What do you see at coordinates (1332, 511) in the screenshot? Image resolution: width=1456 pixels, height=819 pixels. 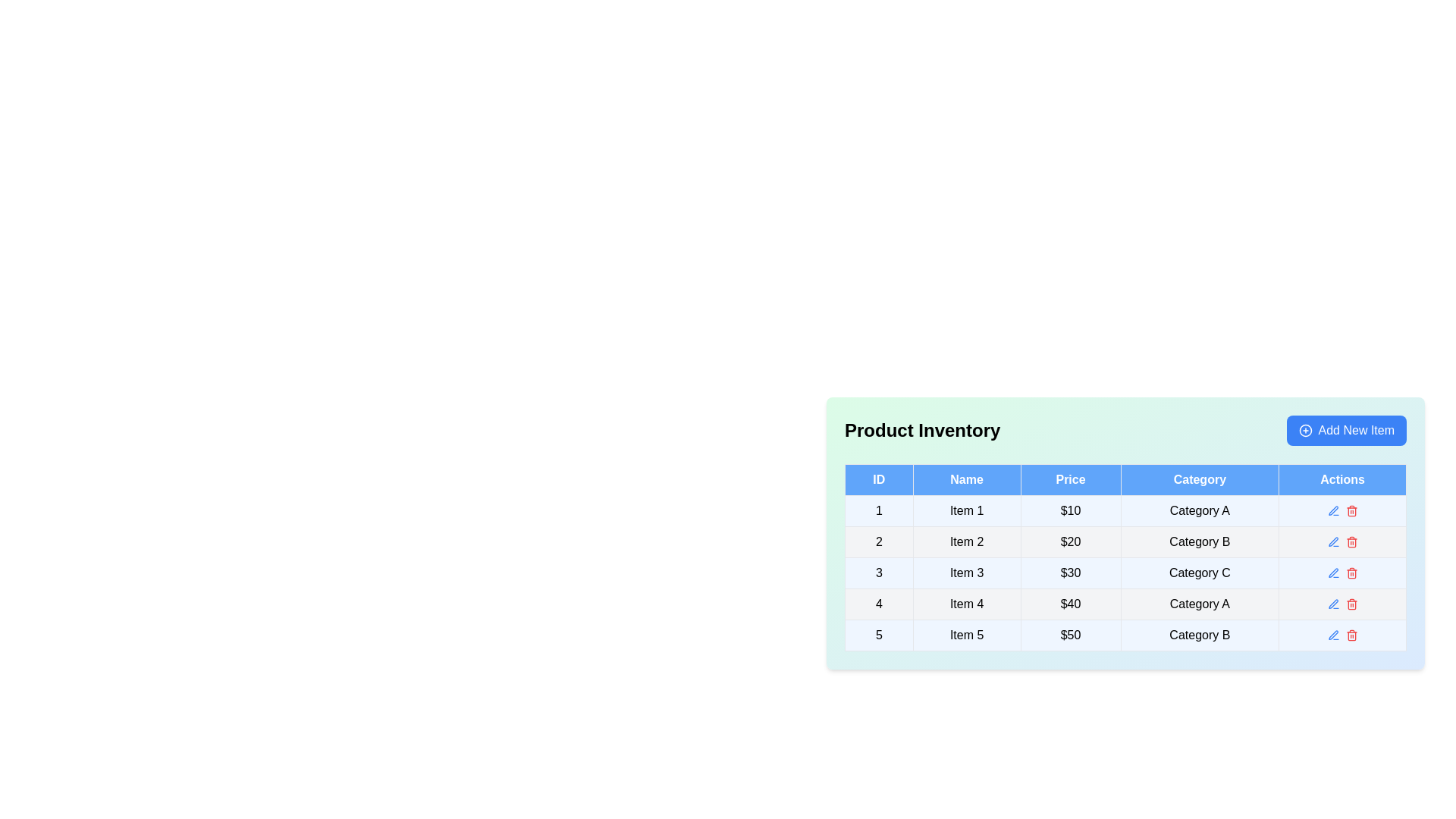 I see `the blue edit icon resembling a pen or pencil located near the right edge of the 'Actions' column for the first item row in the table to initiate editing` at bounding box center [1332, 511].